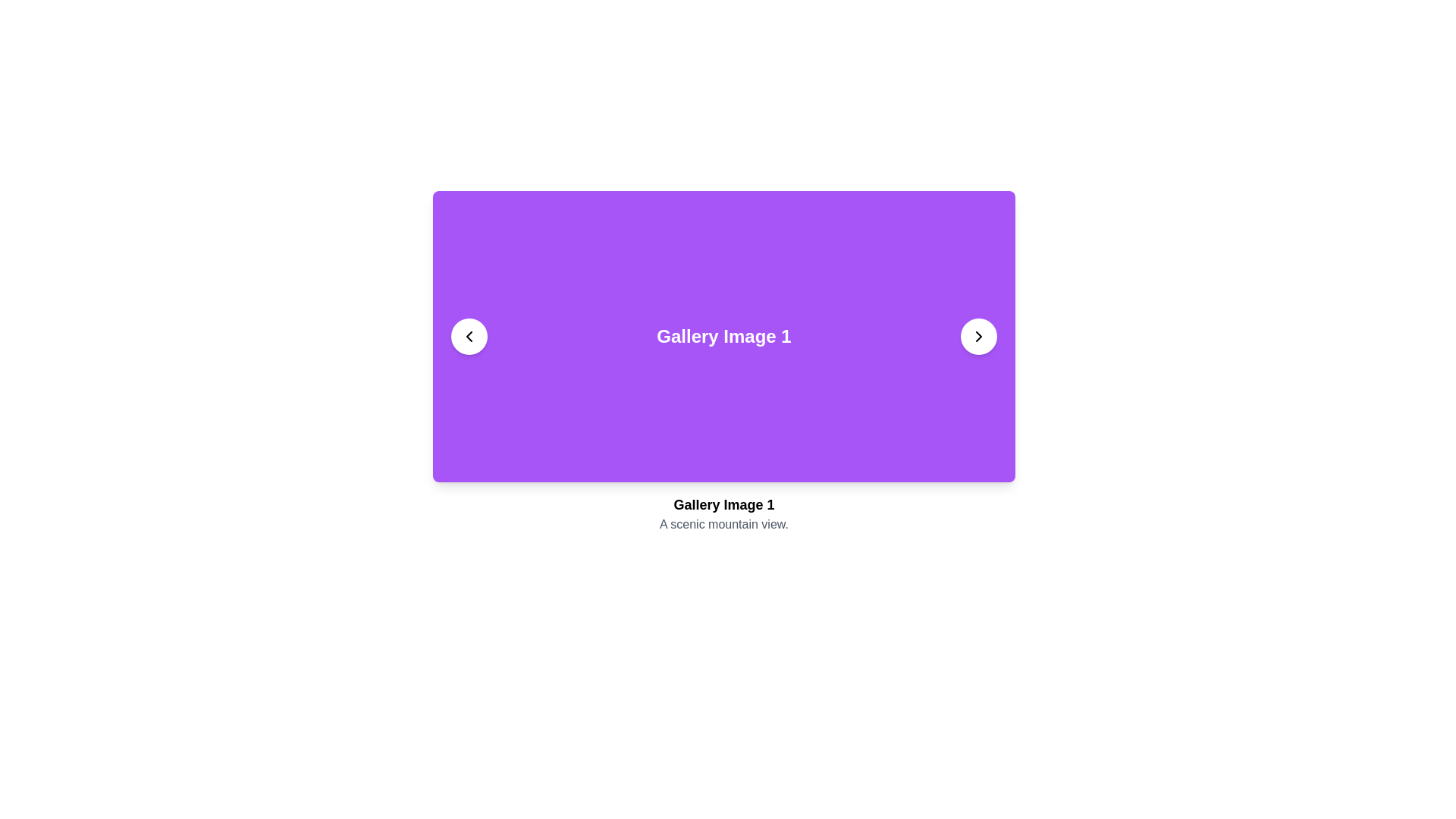 This screenshot has width=1456, height=819. I want to click on the circular icon on the left side of the purple section that navigates to the previous image in the gallery, so click(469, 335).